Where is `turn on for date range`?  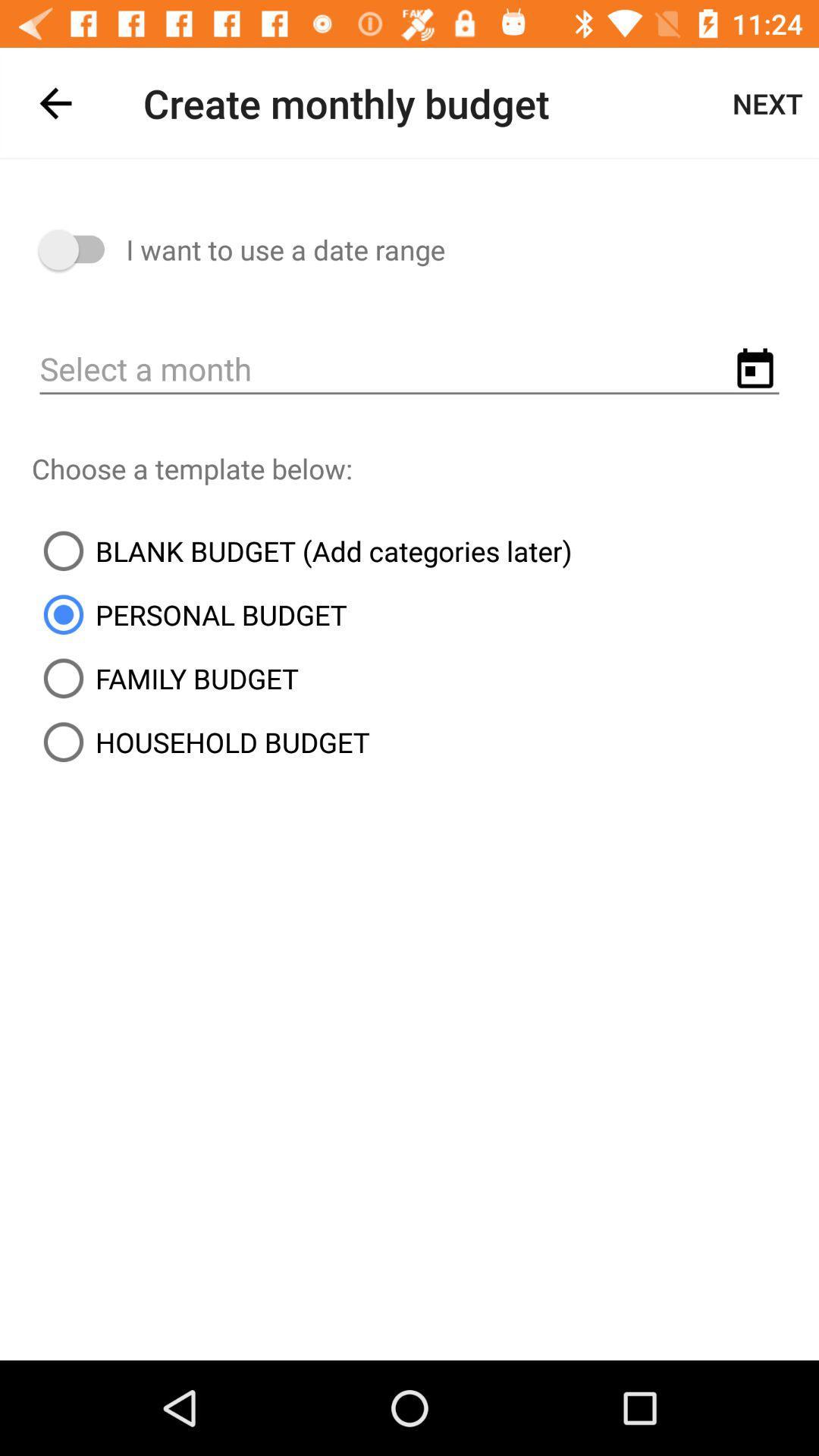 turn on for date range is located at coordinates (79, 249).